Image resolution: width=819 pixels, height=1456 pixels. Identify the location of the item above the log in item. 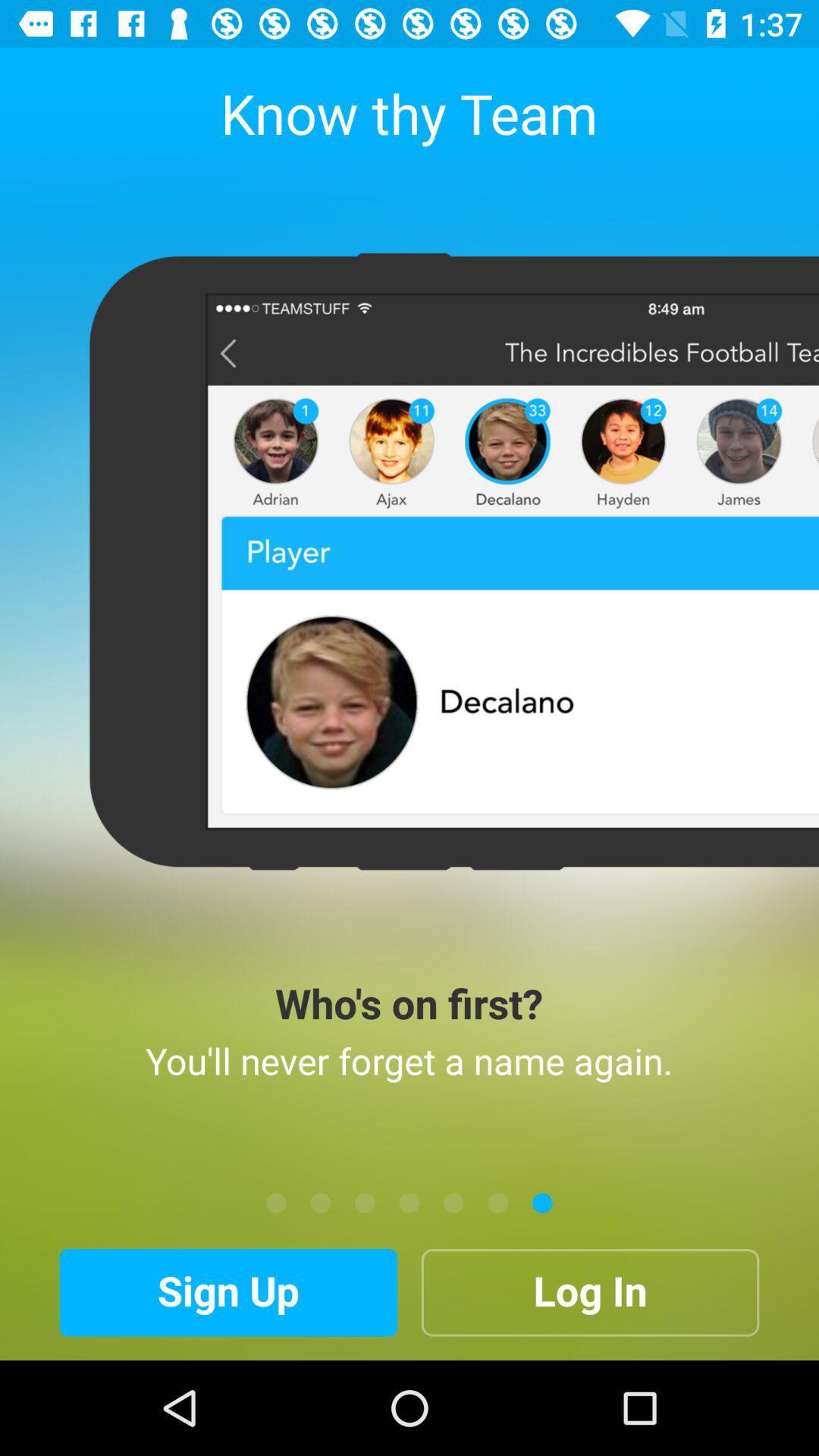
(453, 1202).